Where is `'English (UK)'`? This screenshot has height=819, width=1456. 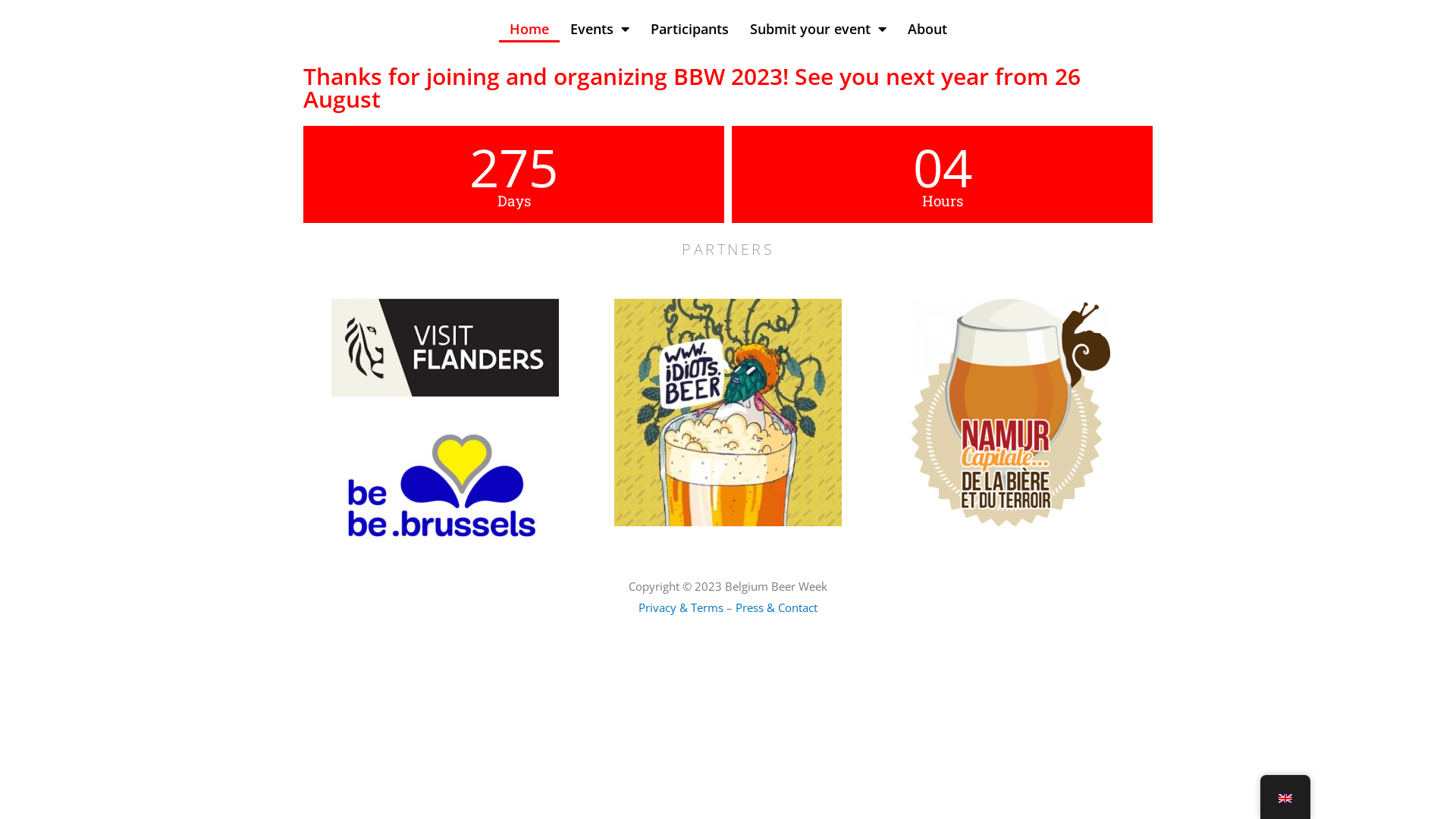
'English (UK)' is located at coordinates (1284, 798).